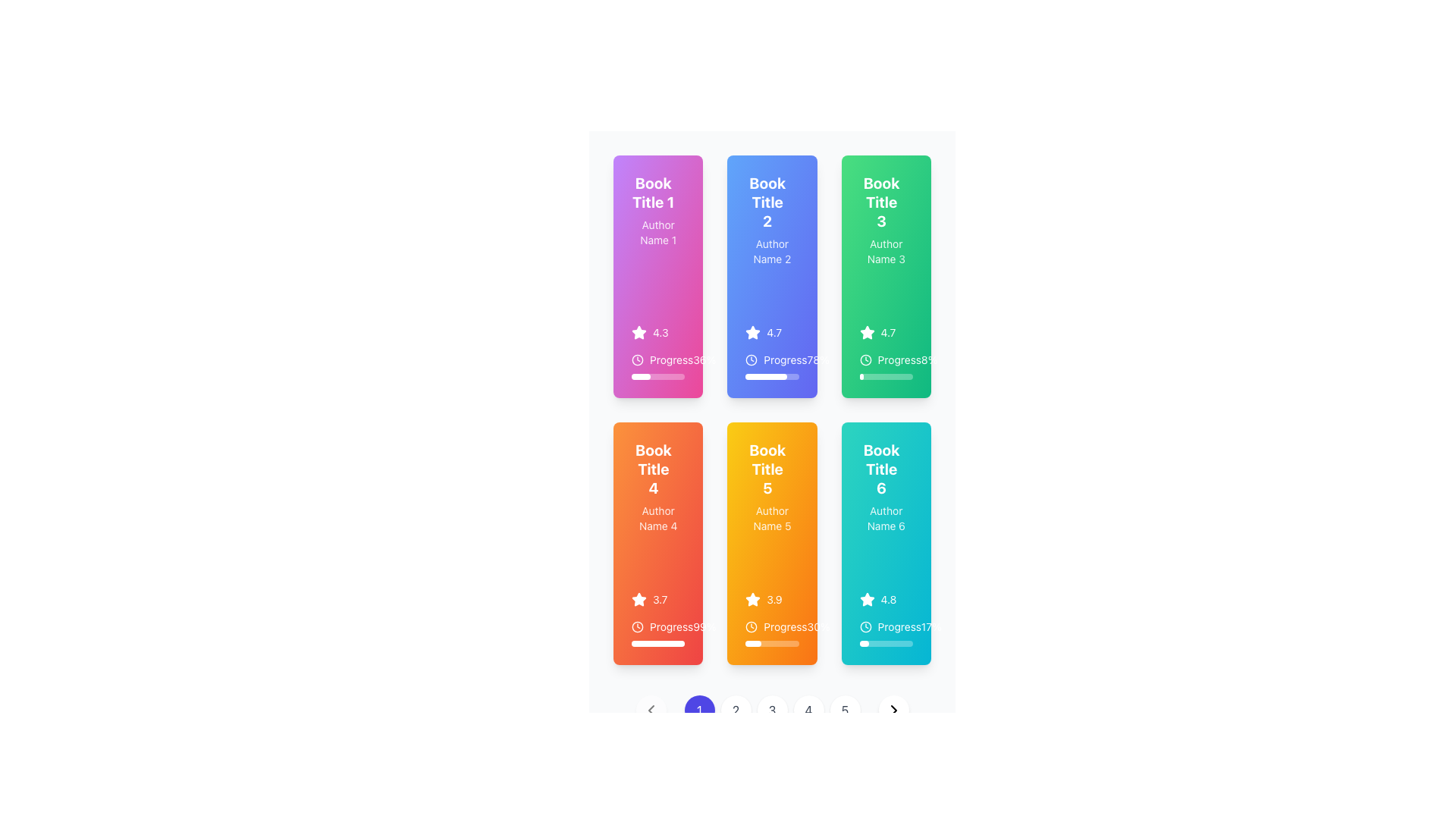  Describe the element at coordinates (766, 376) in the screenshot. I see `the Progress bar segment indicating 78% completion within the 'Progress 78%' progress bar on the blue card labeled 'Book Title 2, Author Name 2'` at that location.